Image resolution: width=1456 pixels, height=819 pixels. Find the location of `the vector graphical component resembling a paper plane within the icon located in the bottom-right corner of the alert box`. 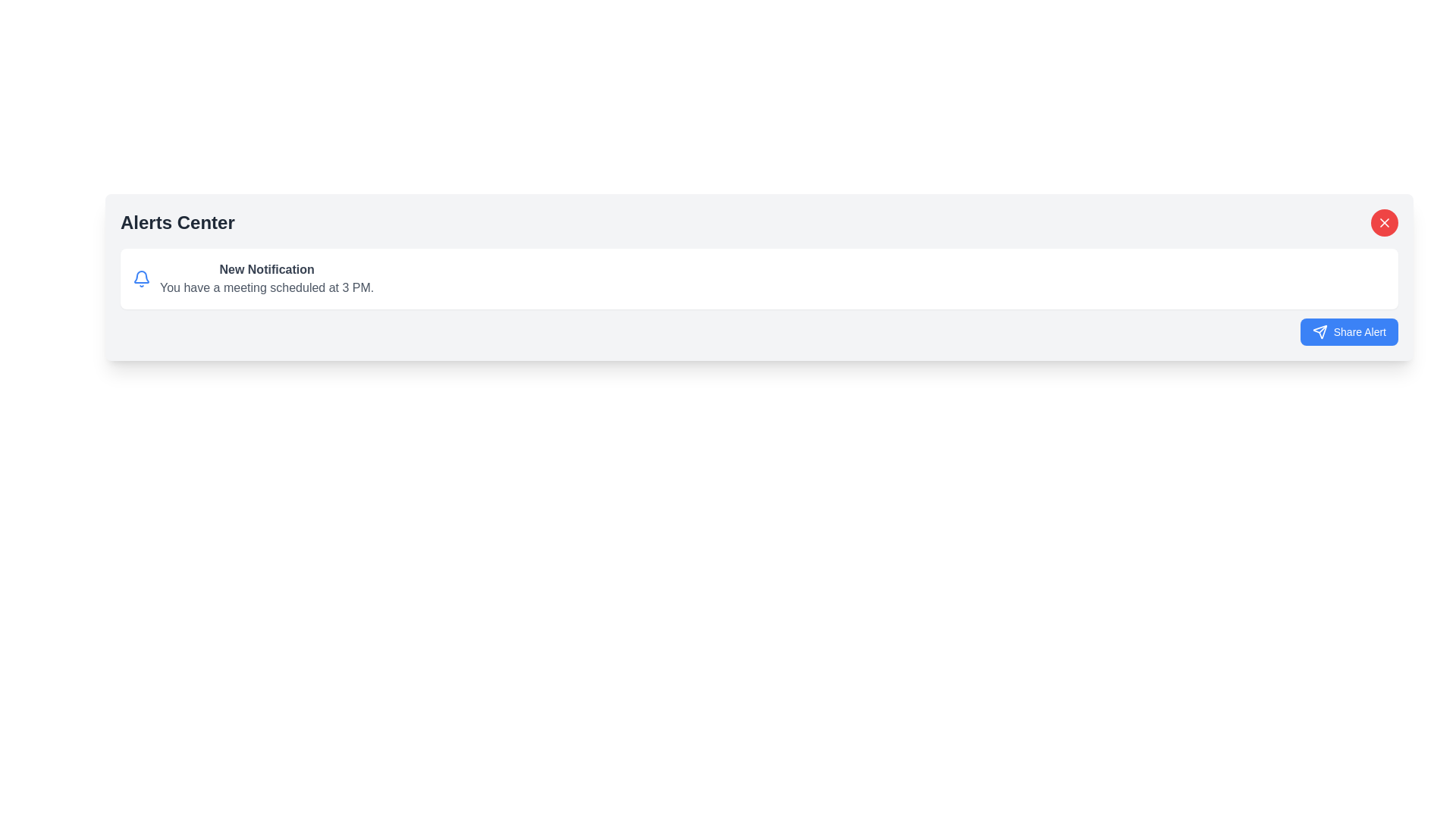

the vector graphical component resembling a paper plane within the icon located in the bottom-right corner of the alert box is located at coordinates (1319, 331).